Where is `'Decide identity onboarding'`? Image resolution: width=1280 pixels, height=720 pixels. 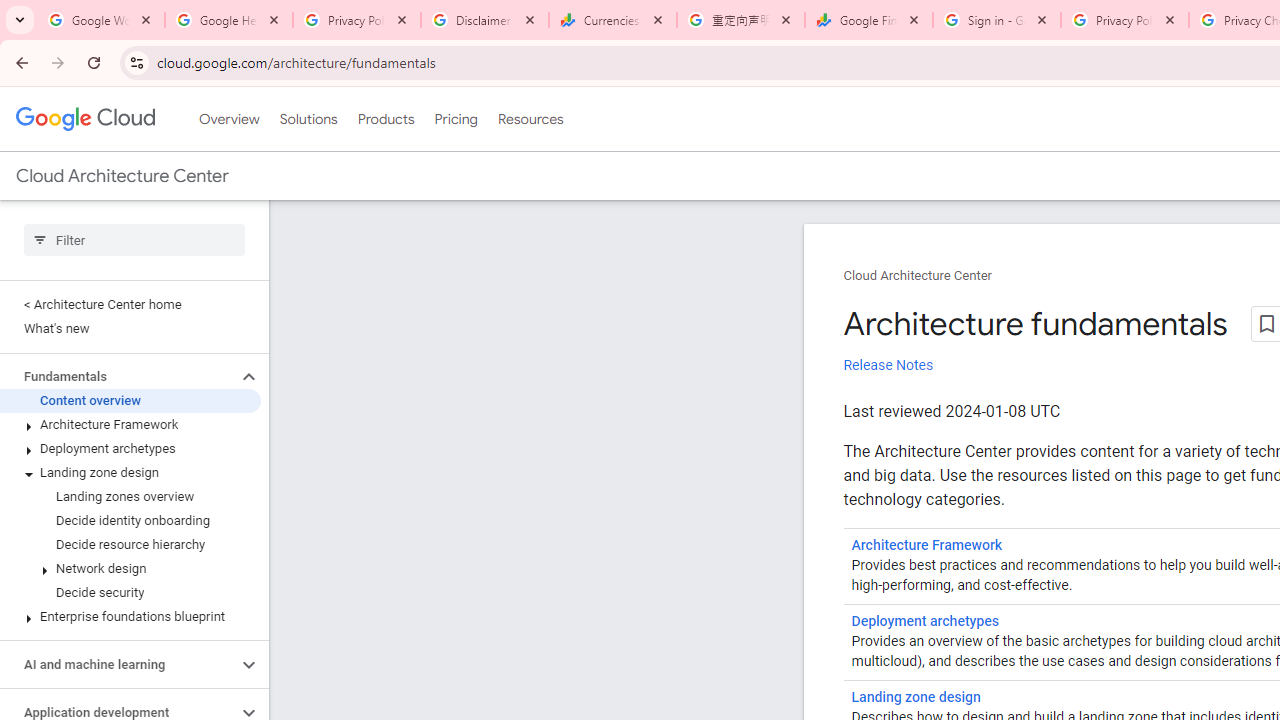 'Decide identity onboarding' is located at coordinates (129, 519).